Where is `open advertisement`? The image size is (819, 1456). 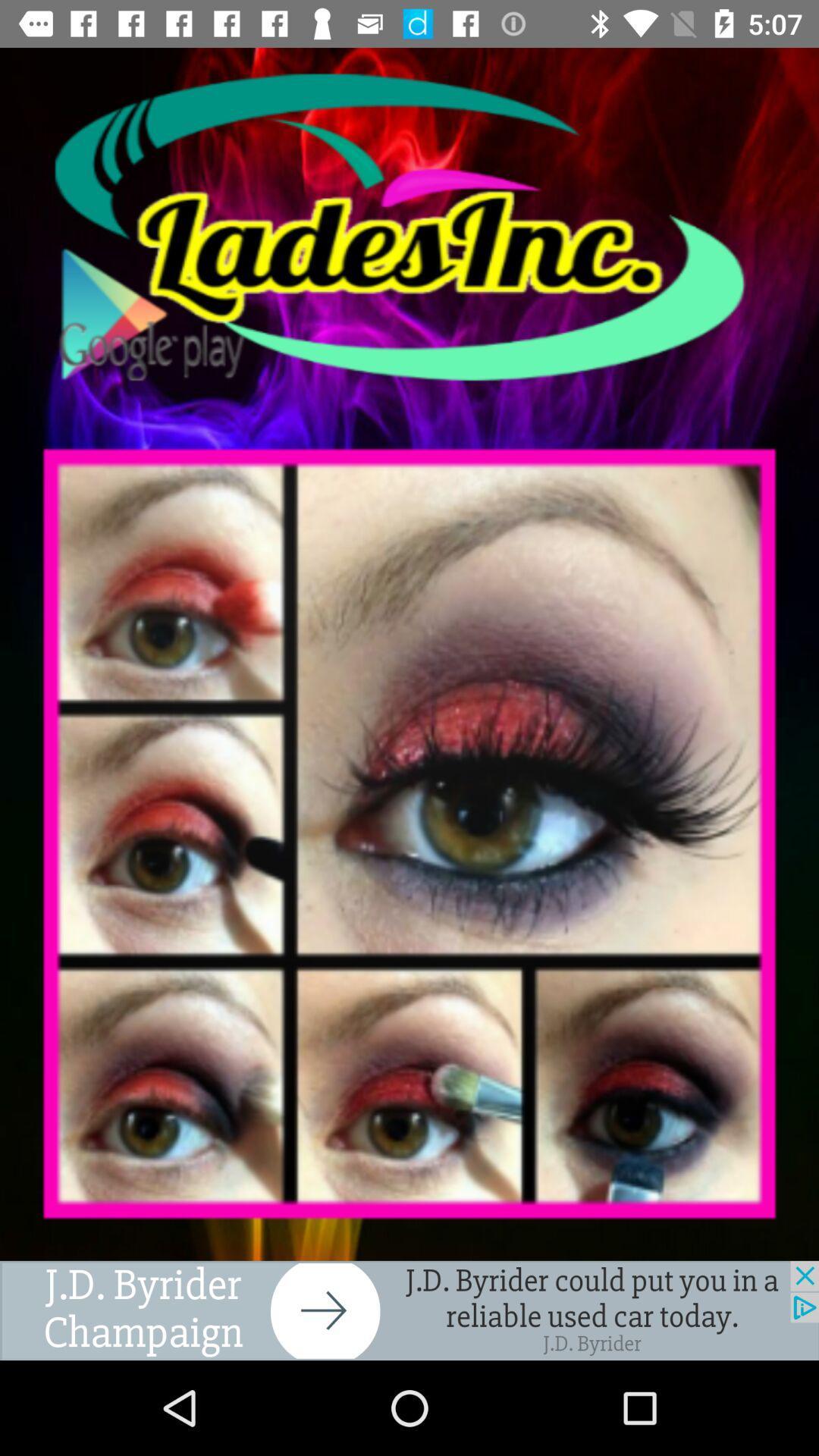 open advertisement is located at coordinates (409, 1310).